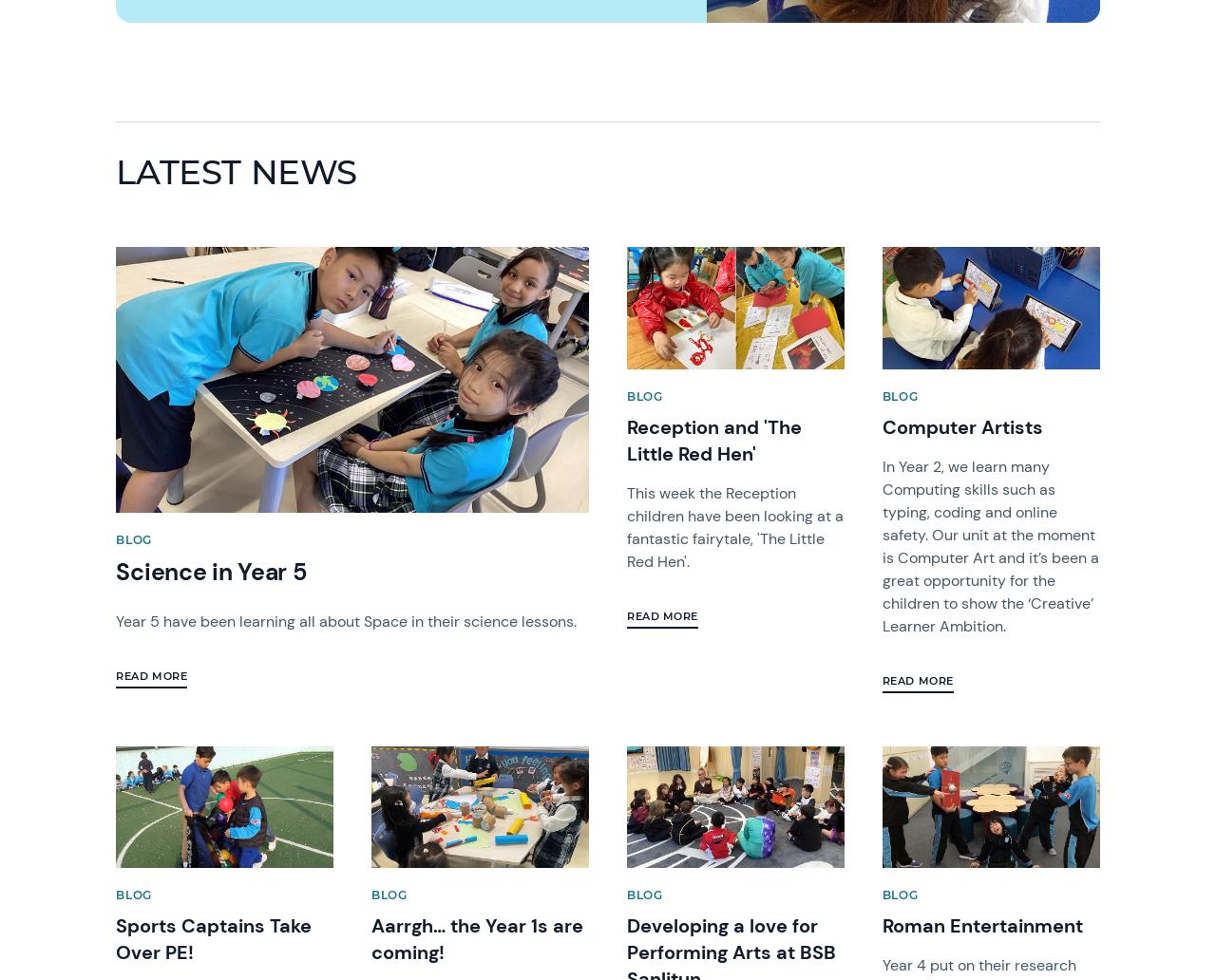 The width and height of the screenshot is (1216, 980). Describe the element at coordinates (961, 425) in the screenshot. I see `'Computer Artists'` at that location.